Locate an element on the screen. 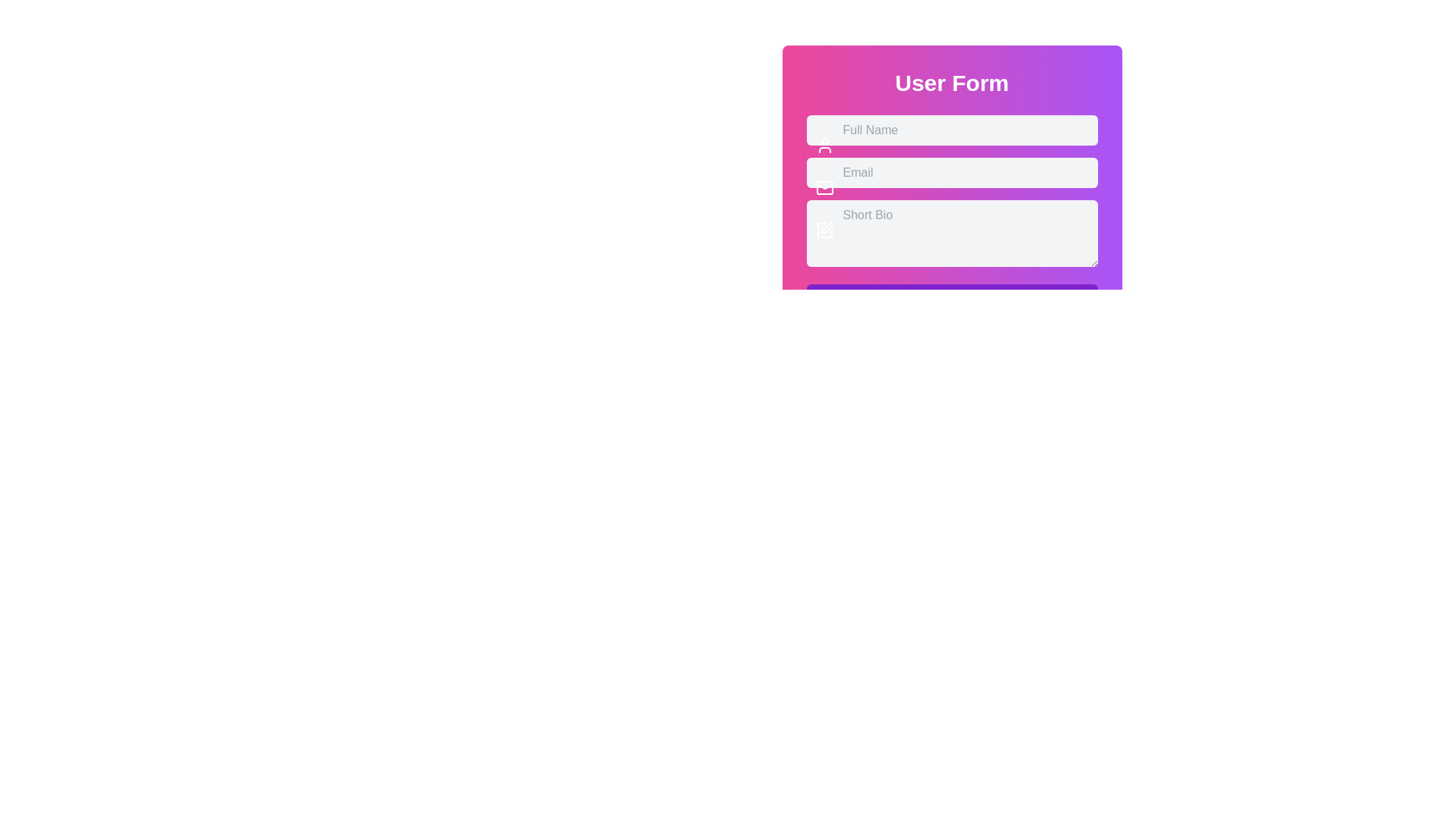 The height and width of the screenshot is (819, 1456). the text input field for email, which has a light gray background, rounded edges, and a placeholder text saying 'Email' is located at coordinates (951, 158).